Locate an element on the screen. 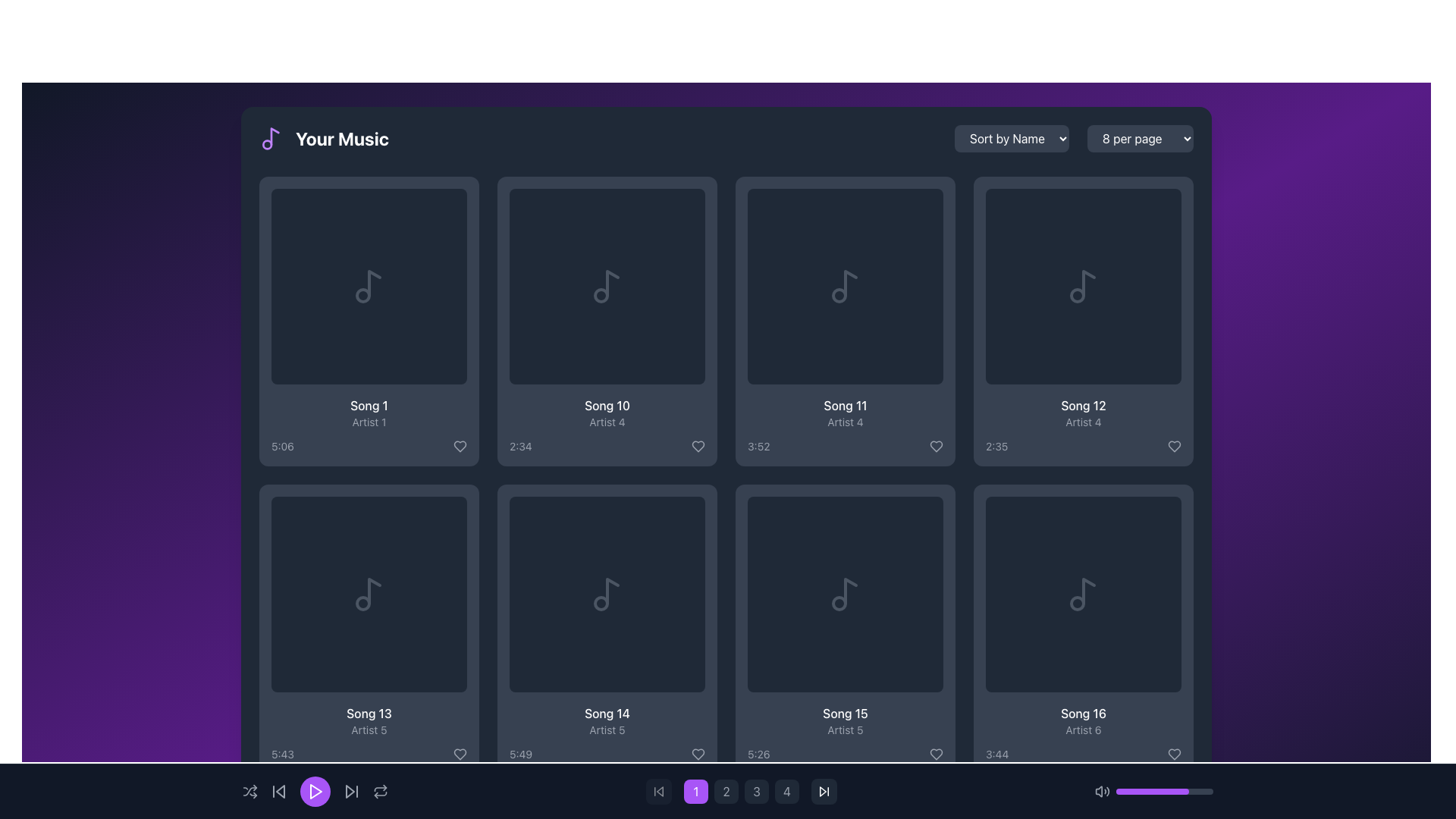 The height and width of the screenshot is (819, 1456). the favorite icon located in the bottom-right corner of the card for Song 16 by Artist 6 is located at coordinates (1174, 755).